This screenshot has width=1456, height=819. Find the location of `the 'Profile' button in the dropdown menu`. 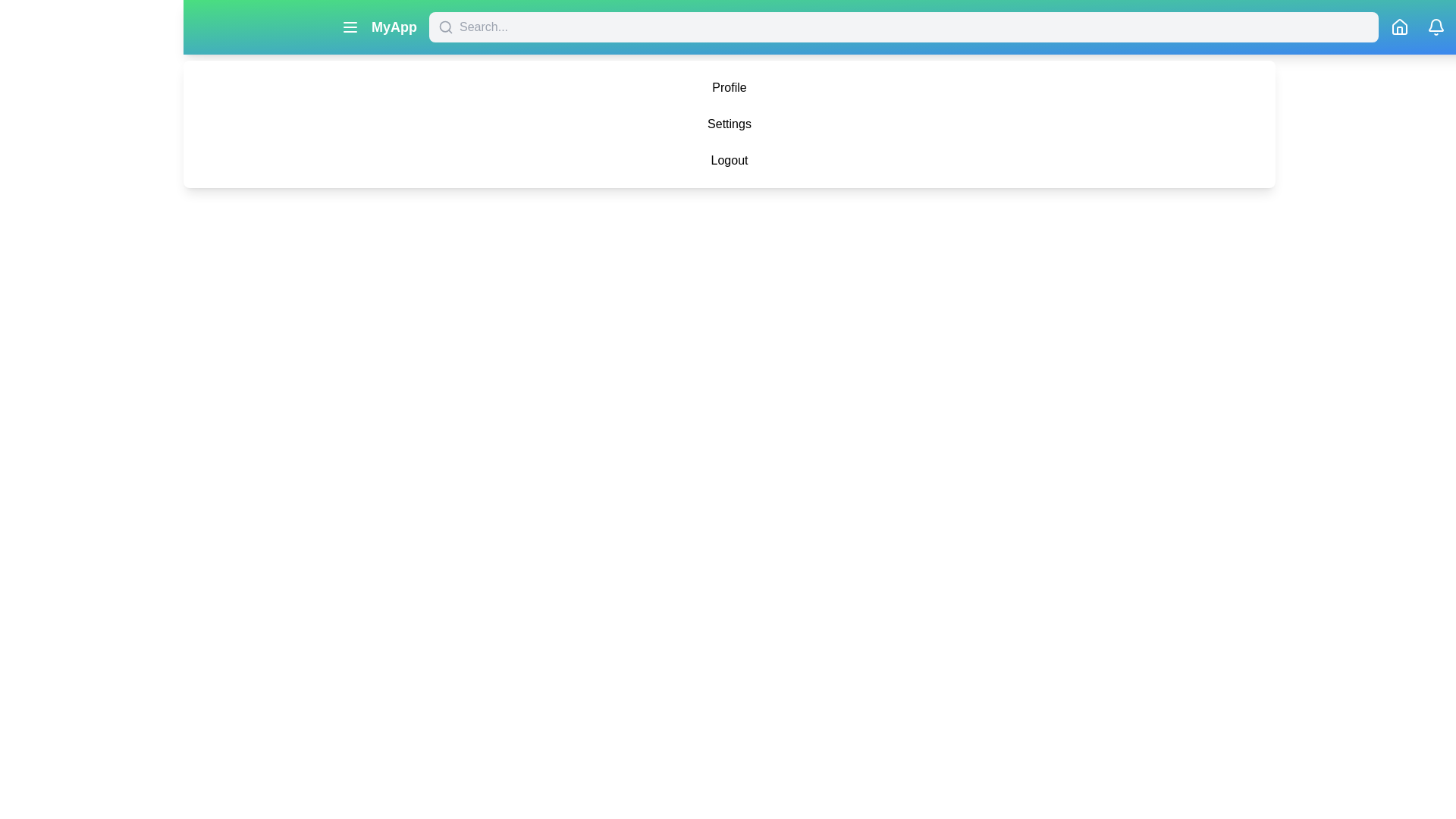

the 'Profile' button in the dropdown menu is located at coordinates (729, 87).